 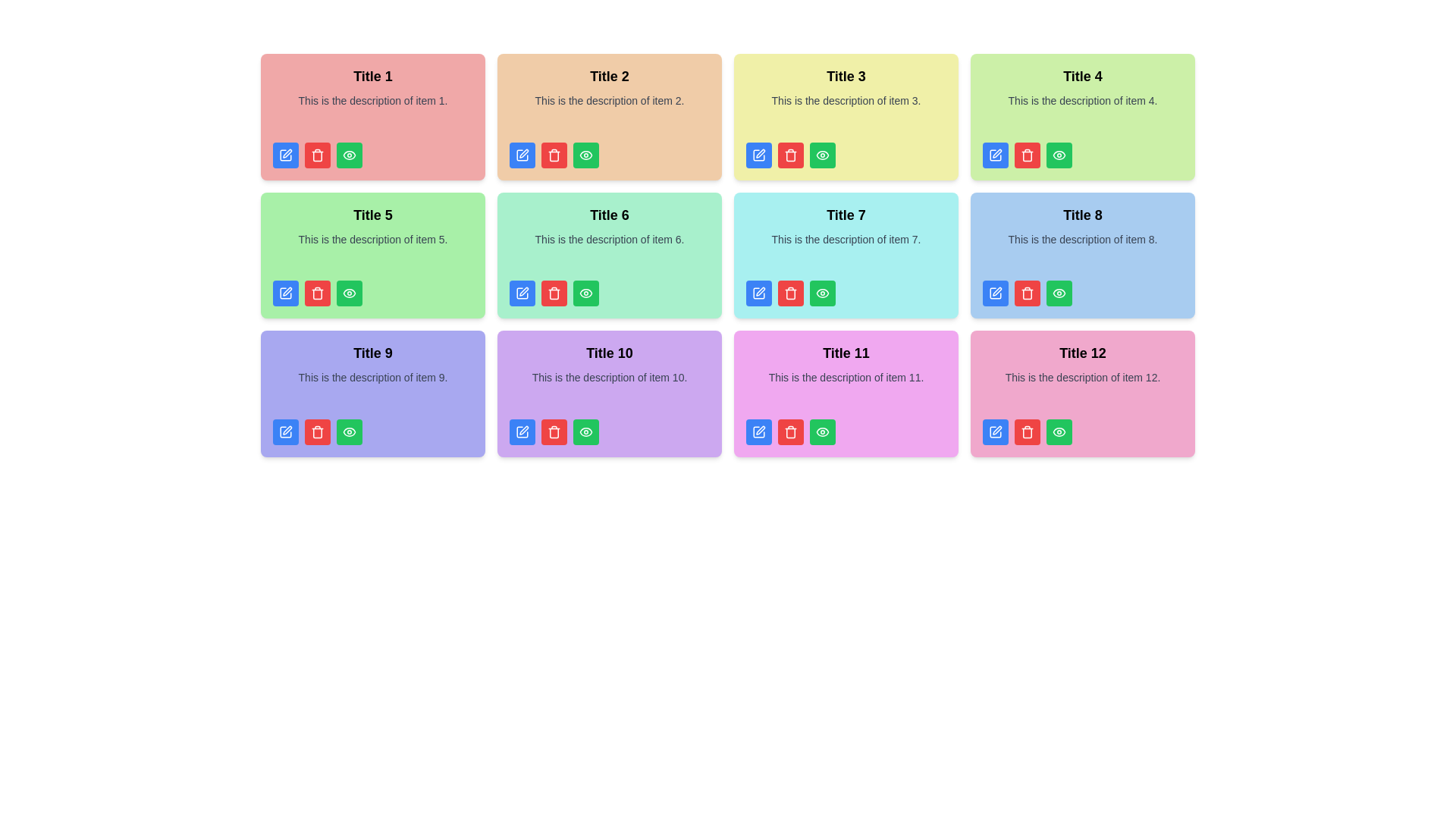 What do you see at coordinates (821, 293) in the screenshot?
I see `the 'view' button, which resembles an eye, located in the interface region associated with 'Title 7', positioned to the right of a red button and below a blue button` at bounding box center [821, 293].